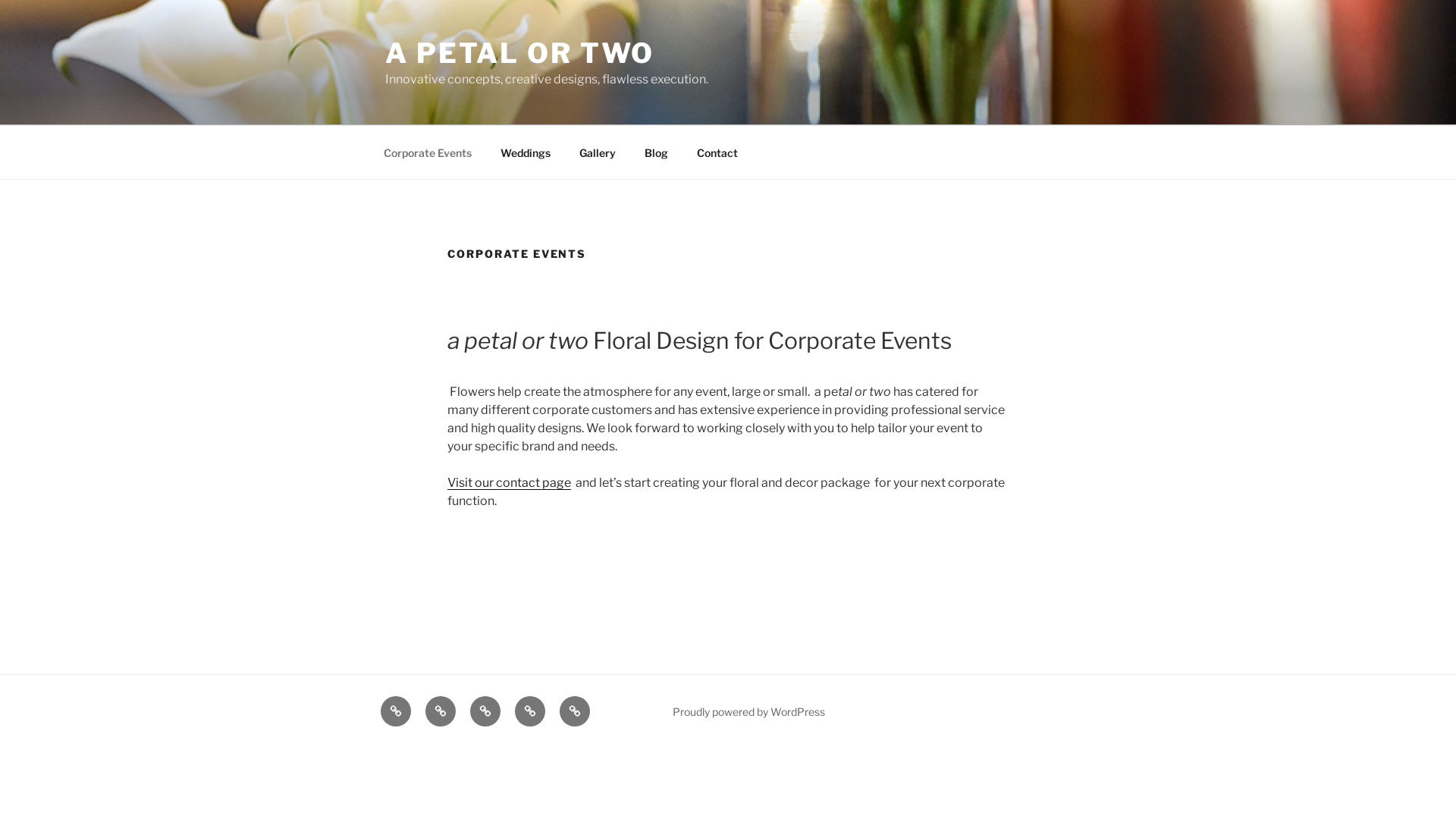  I want to click on 'Blog', so click(655, 152).